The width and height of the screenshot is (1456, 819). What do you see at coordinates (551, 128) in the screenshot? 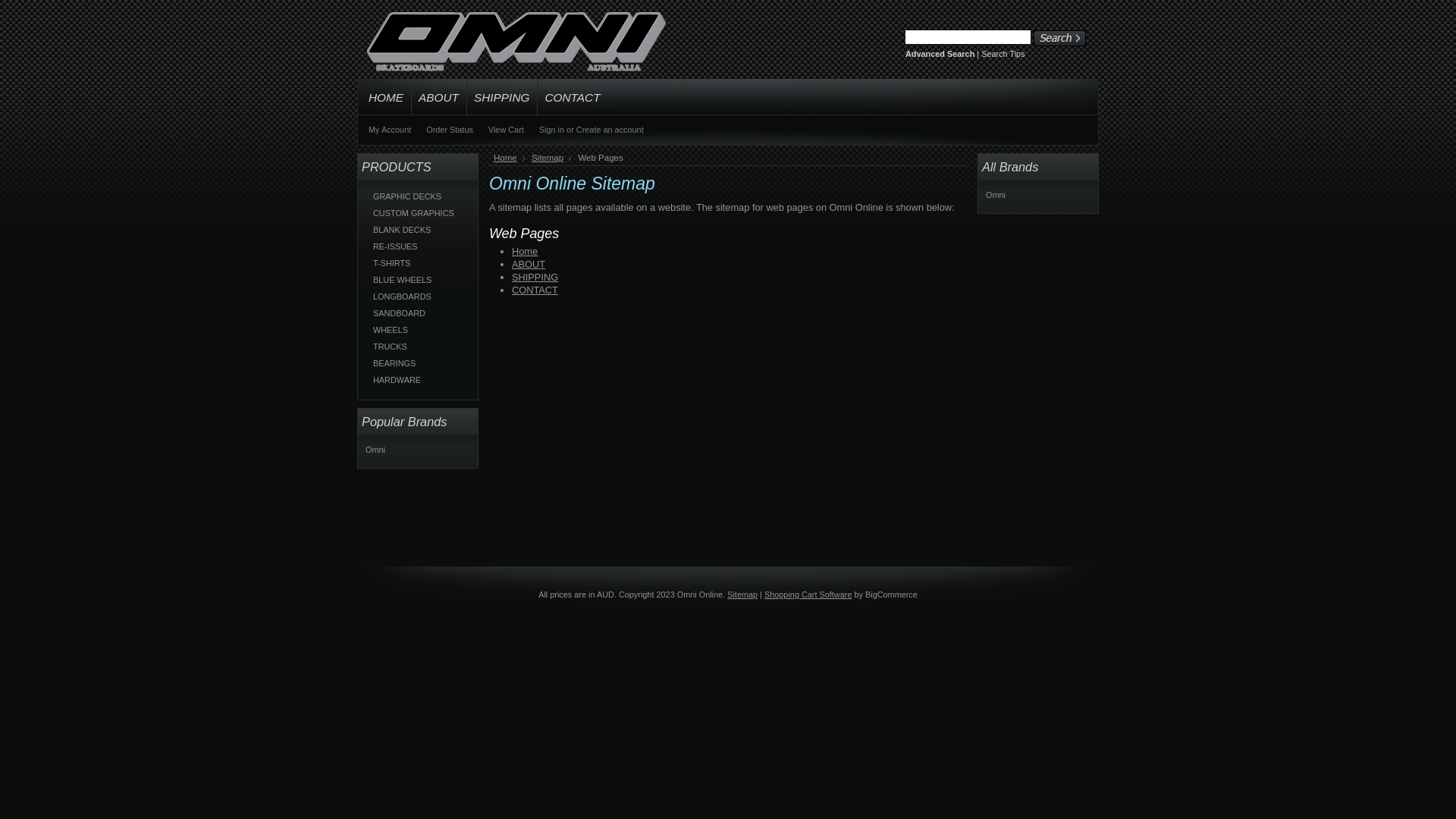
I see `'Sign in'` at bounding box center [551, 128].